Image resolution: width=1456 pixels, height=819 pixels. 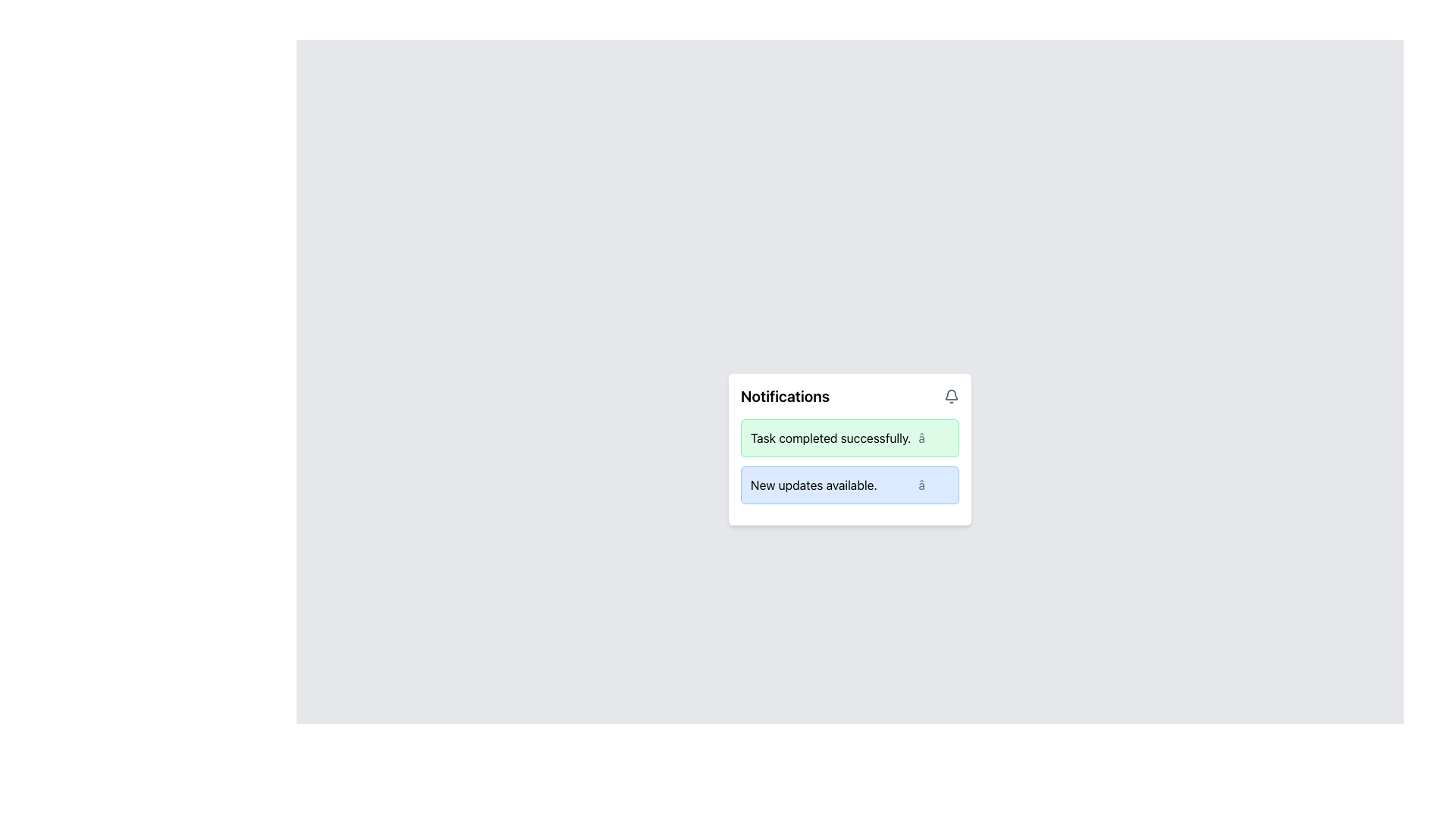 I want to click on the static text label stating 'New updates available.' which is displayed in a bold black font on a light blue background, so click(x=813, y=485).